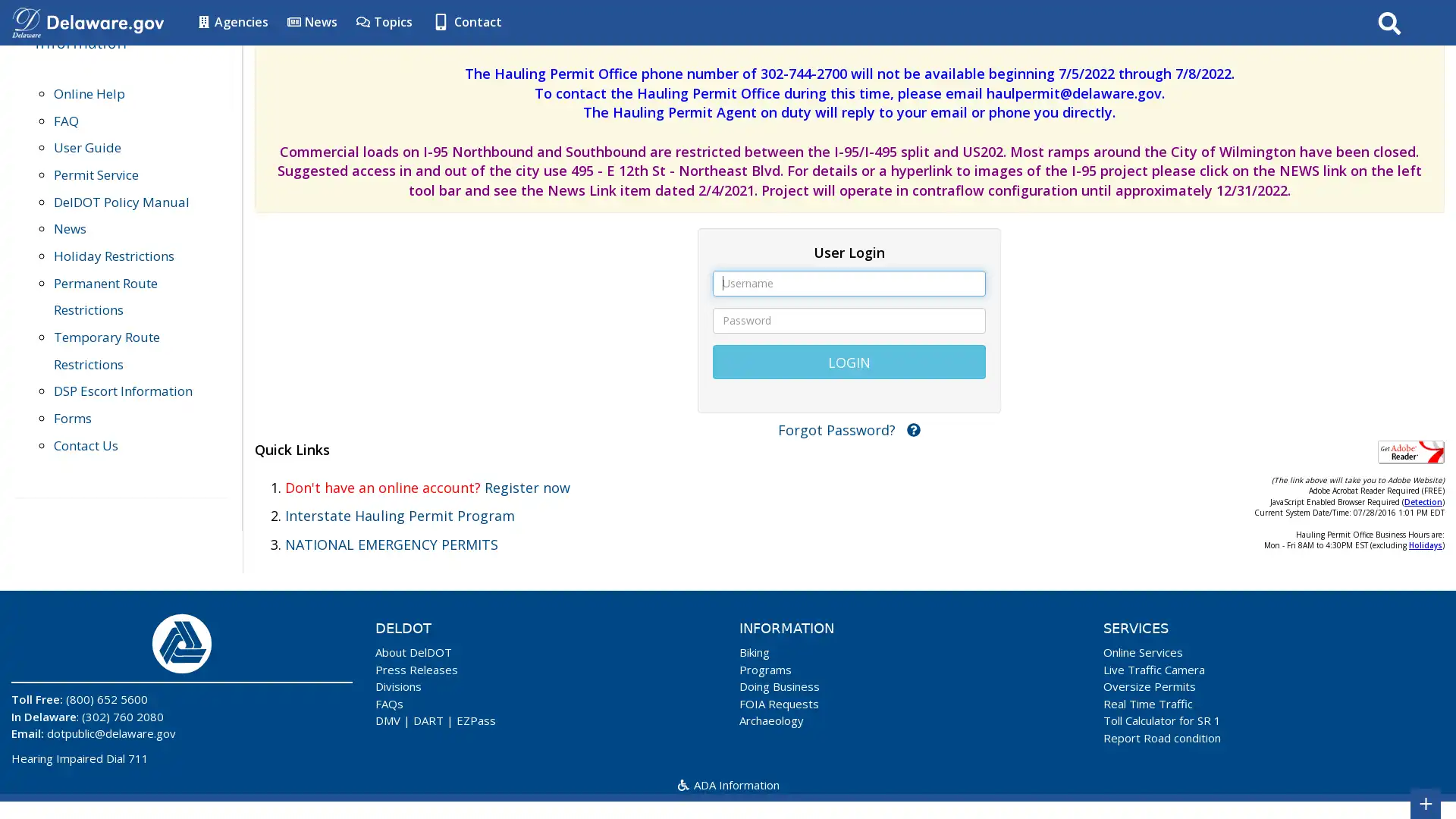  Describe the element at coordinates (1389, 22) in the screenshot. I see `Search` at that location.